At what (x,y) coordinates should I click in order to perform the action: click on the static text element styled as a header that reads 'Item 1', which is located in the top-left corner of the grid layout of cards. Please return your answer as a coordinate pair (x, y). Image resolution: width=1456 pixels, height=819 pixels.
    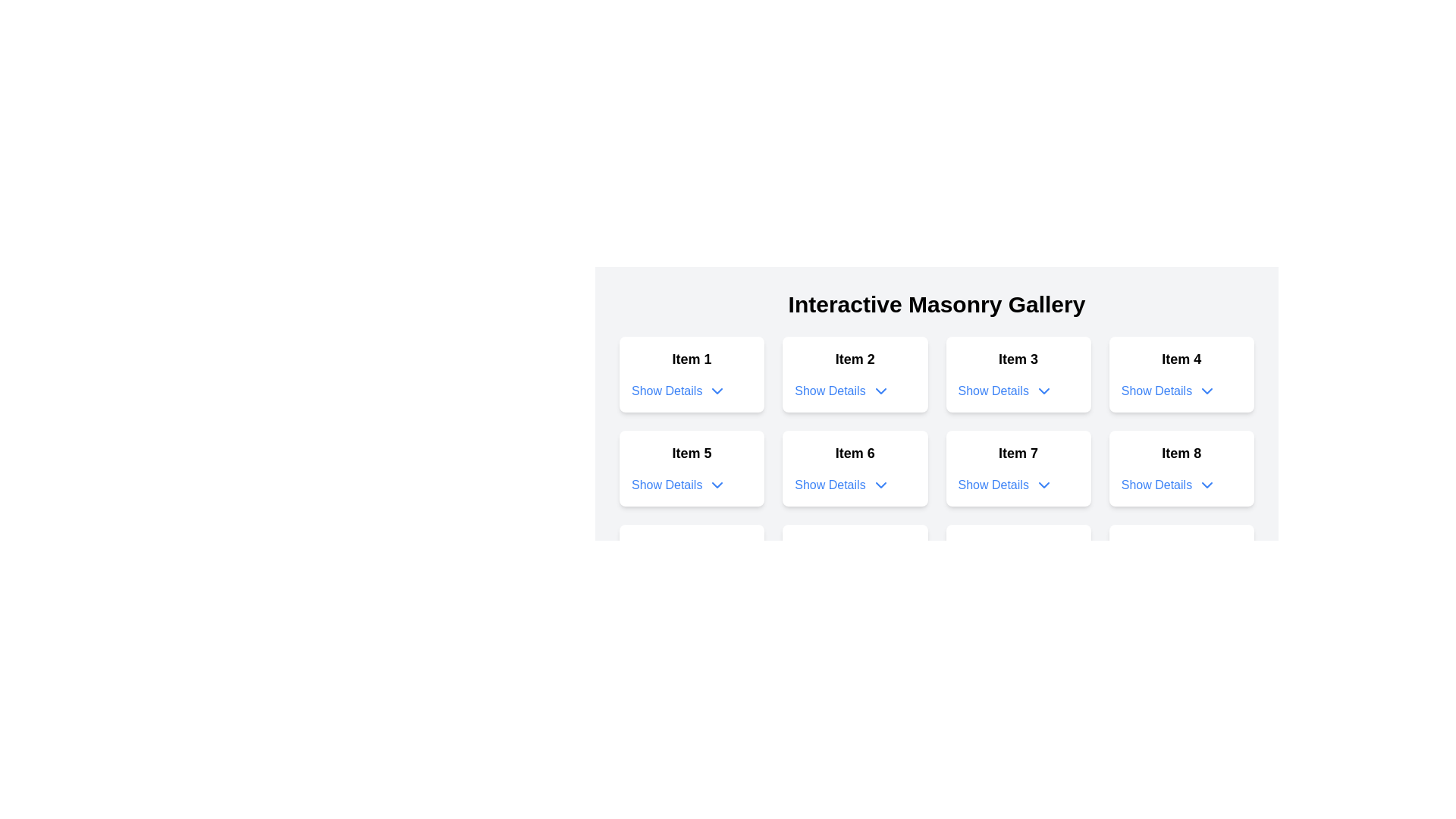
    Looking at the image, I should click on (691, 359).